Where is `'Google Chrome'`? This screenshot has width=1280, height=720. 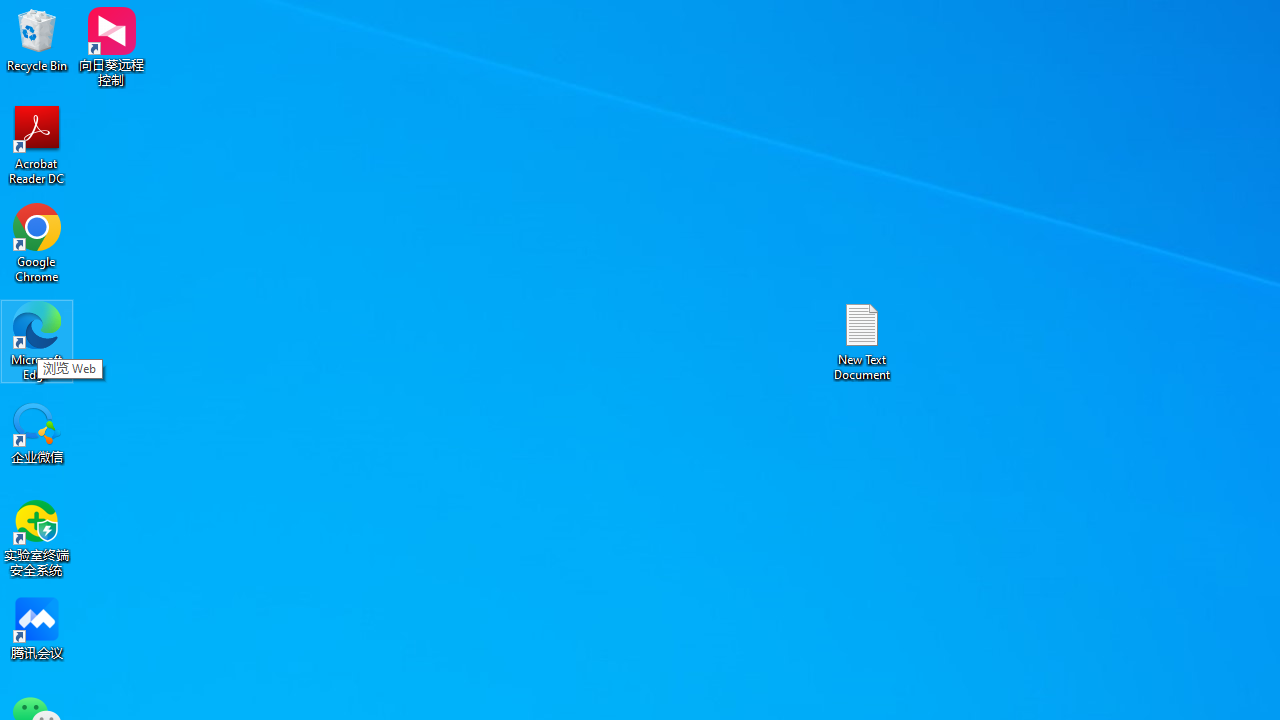 'Google Chrome' is located at coordinates (37, 242).